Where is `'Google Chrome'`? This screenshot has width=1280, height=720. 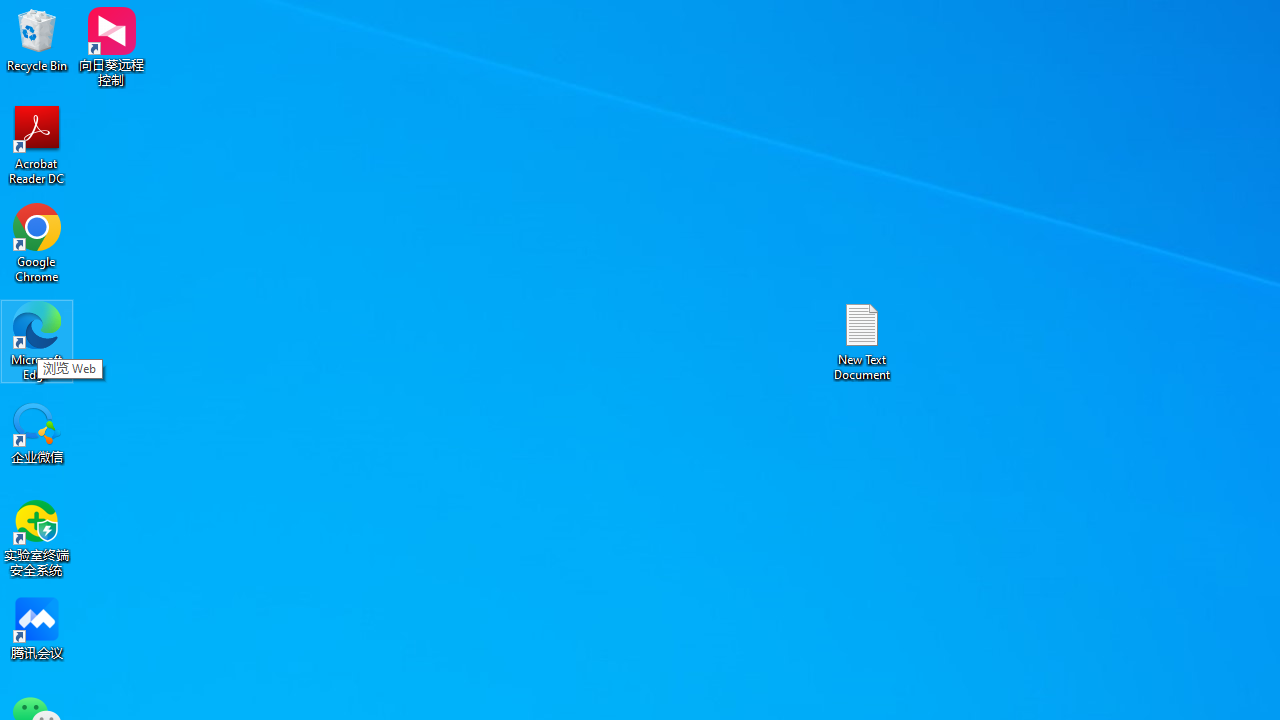 'Google Chrome' is located at coordinates (37, 242).